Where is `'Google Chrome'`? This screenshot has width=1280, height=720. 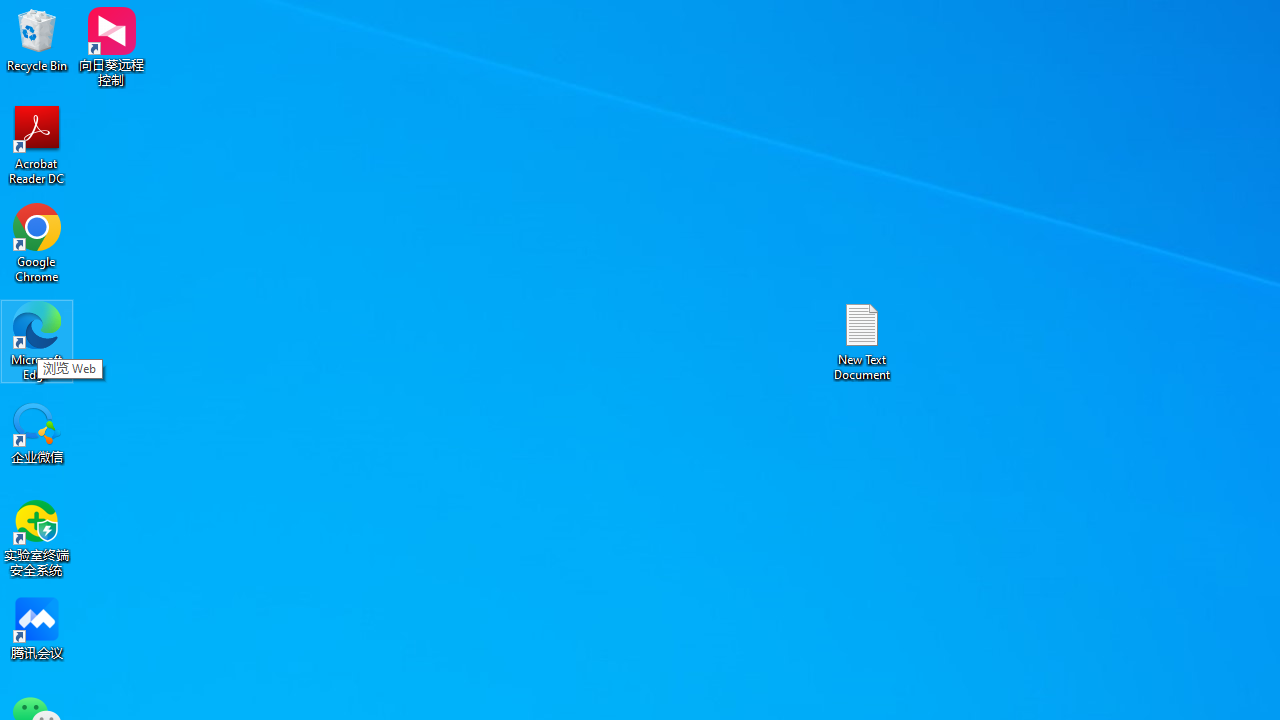 'Google Chrome' is located at coordinates (37, 242).